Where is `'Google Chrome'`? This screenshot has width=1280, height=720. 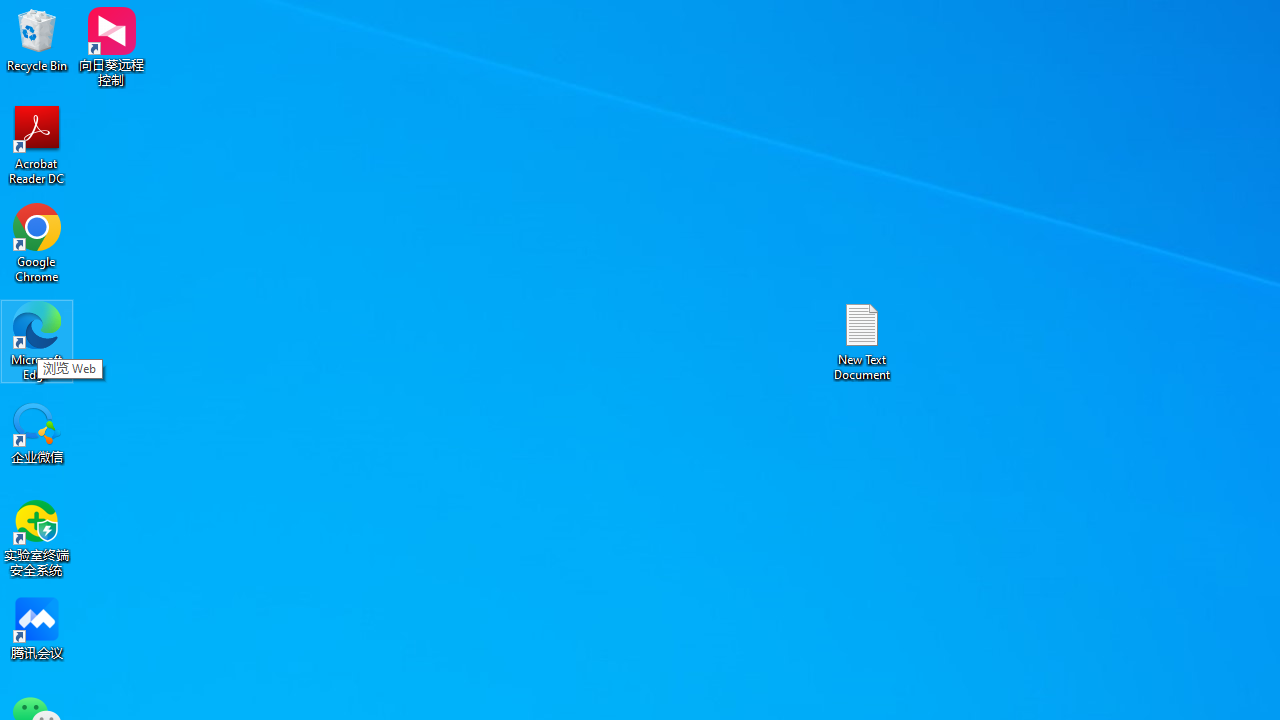 'Google Chrome' is located at coordinates (37, 242).